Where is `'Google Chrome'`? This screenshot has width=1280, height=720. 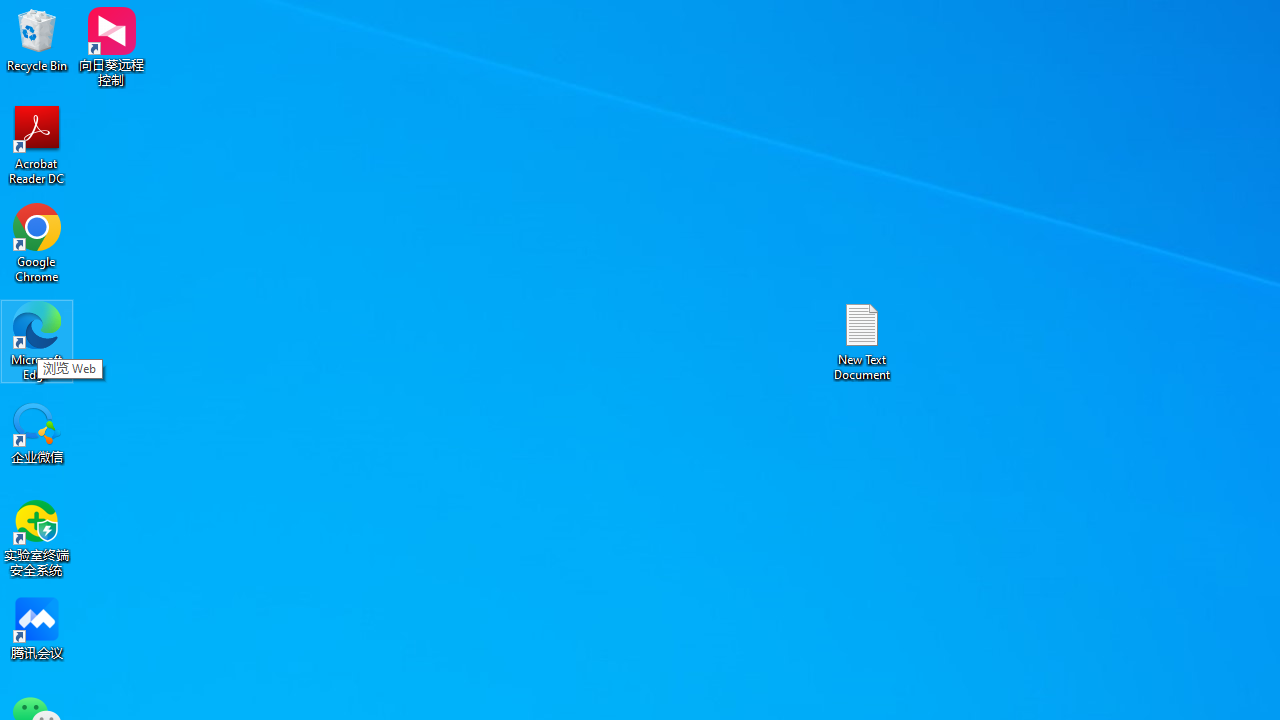 'Google Chrome' is located at coordinates (37, 242).